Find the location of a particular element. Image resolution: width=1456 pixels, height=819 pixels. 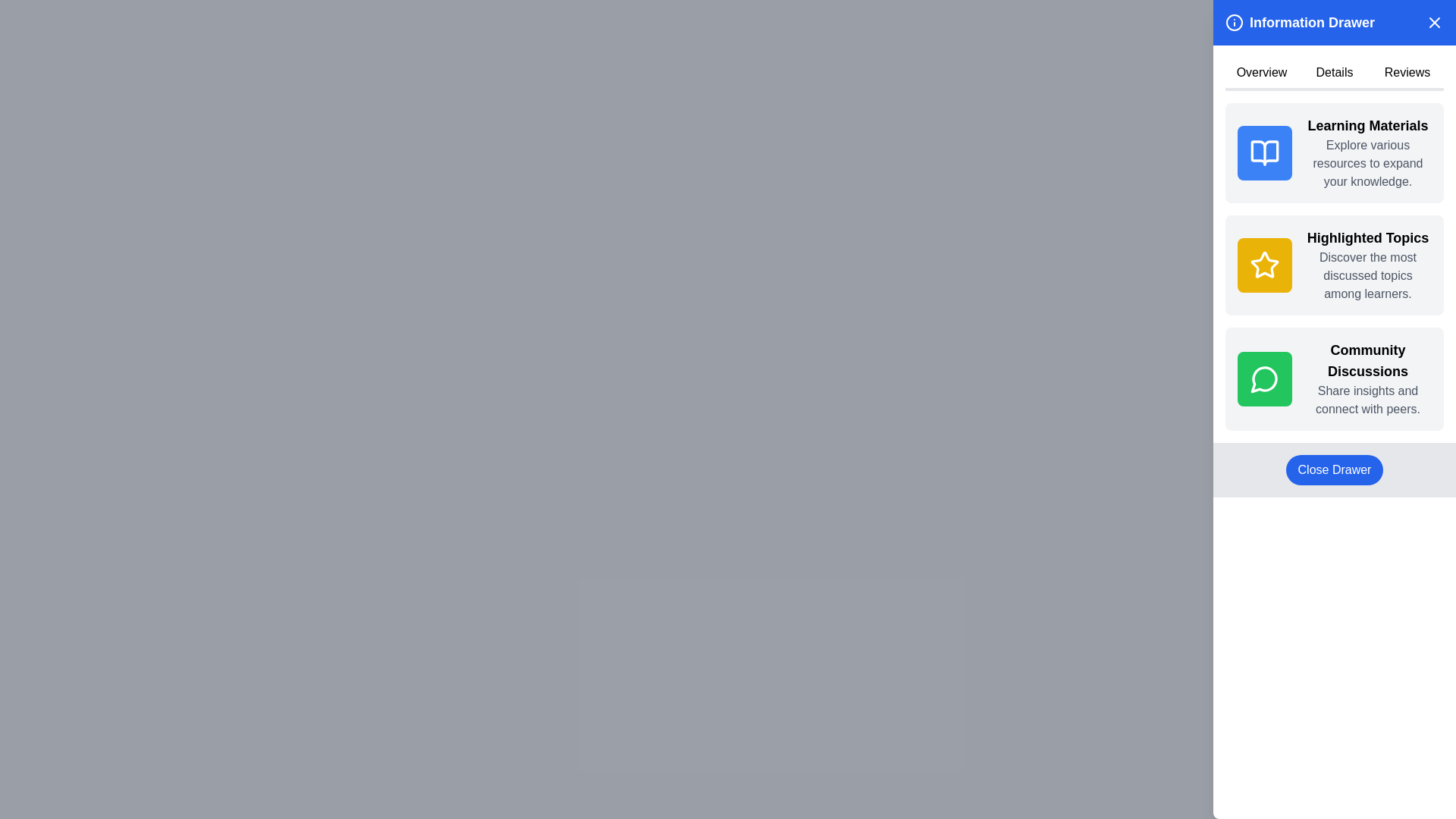

the 'Highlighted Topics' icon located in the right-hand drawer panel, positioned below 'Learning Materials' and above 'Community Discussions' is located at coordinates (1265, 265).